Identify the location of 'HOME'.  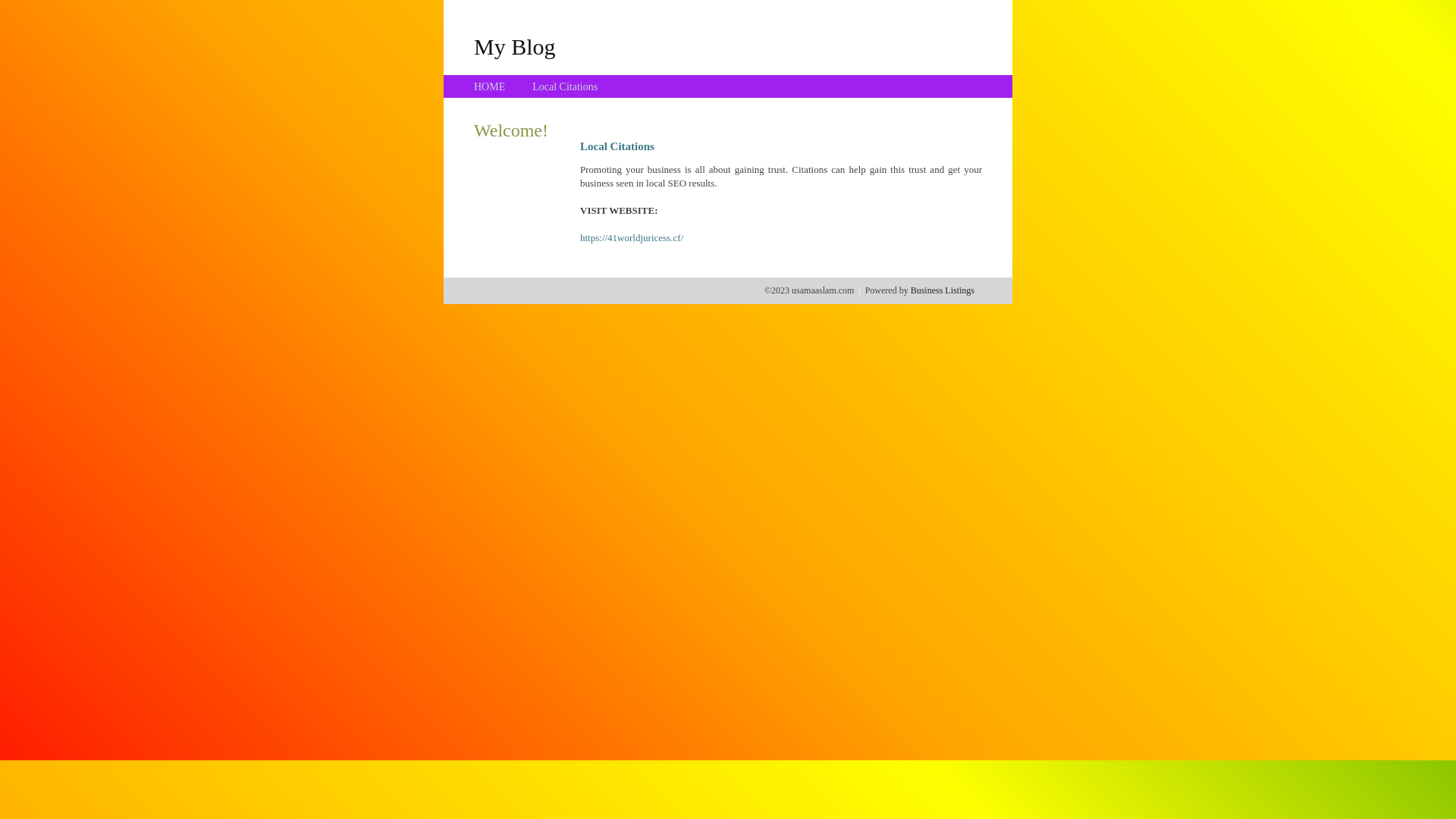
(489, 86).